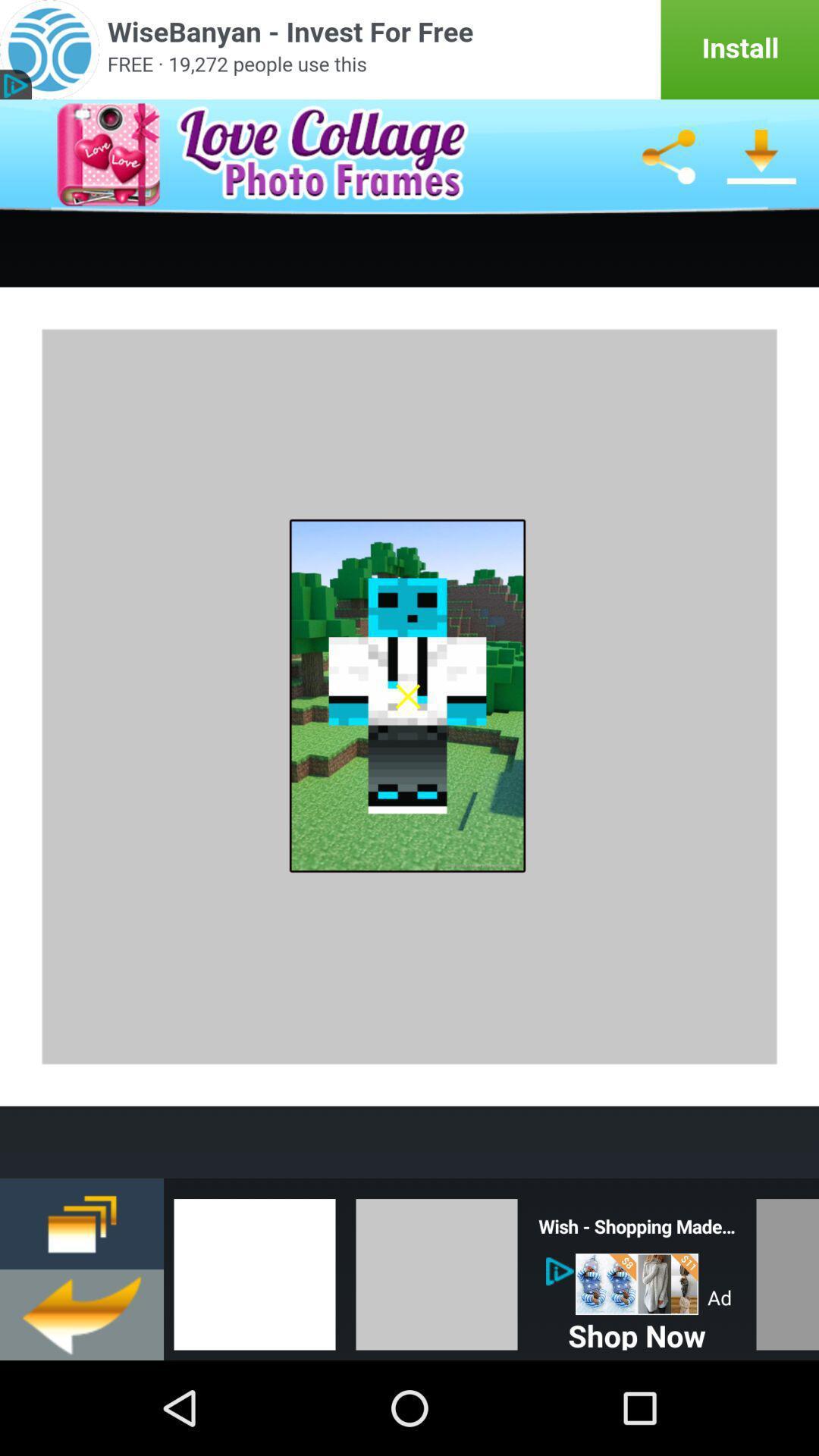 The height and width of the screenshot is (1456, 819). Describe the element at coordinates (409, 49) in the screenshot. I see `view advertisement` at that location.